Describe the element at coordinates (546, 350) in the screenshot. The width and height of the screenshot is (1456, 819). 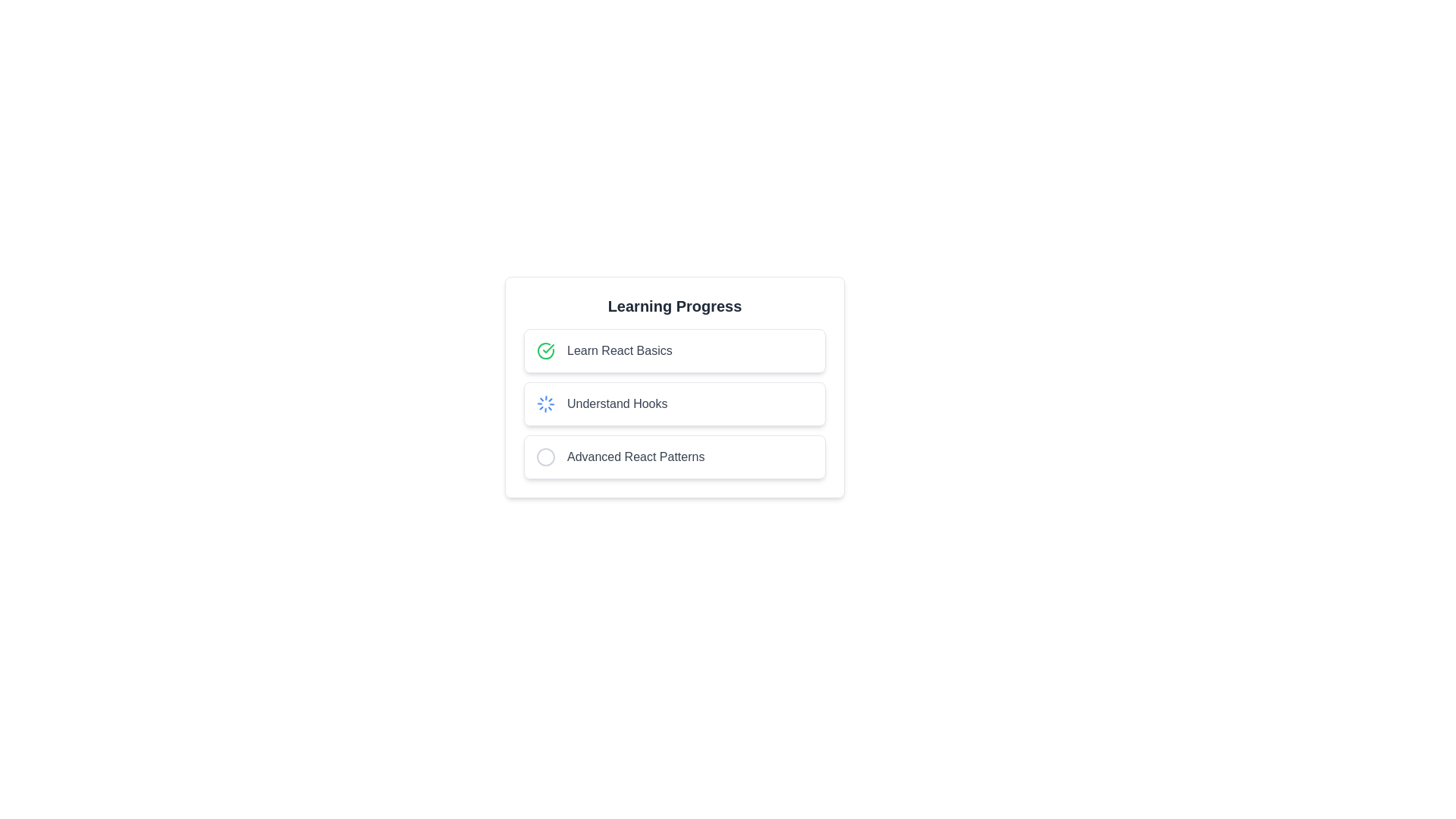
I see `the circular green icon with a checkmark indicating completion, located to the far left of the 'Learn React Basics' text in the 'Learning Progress' section` at that location.